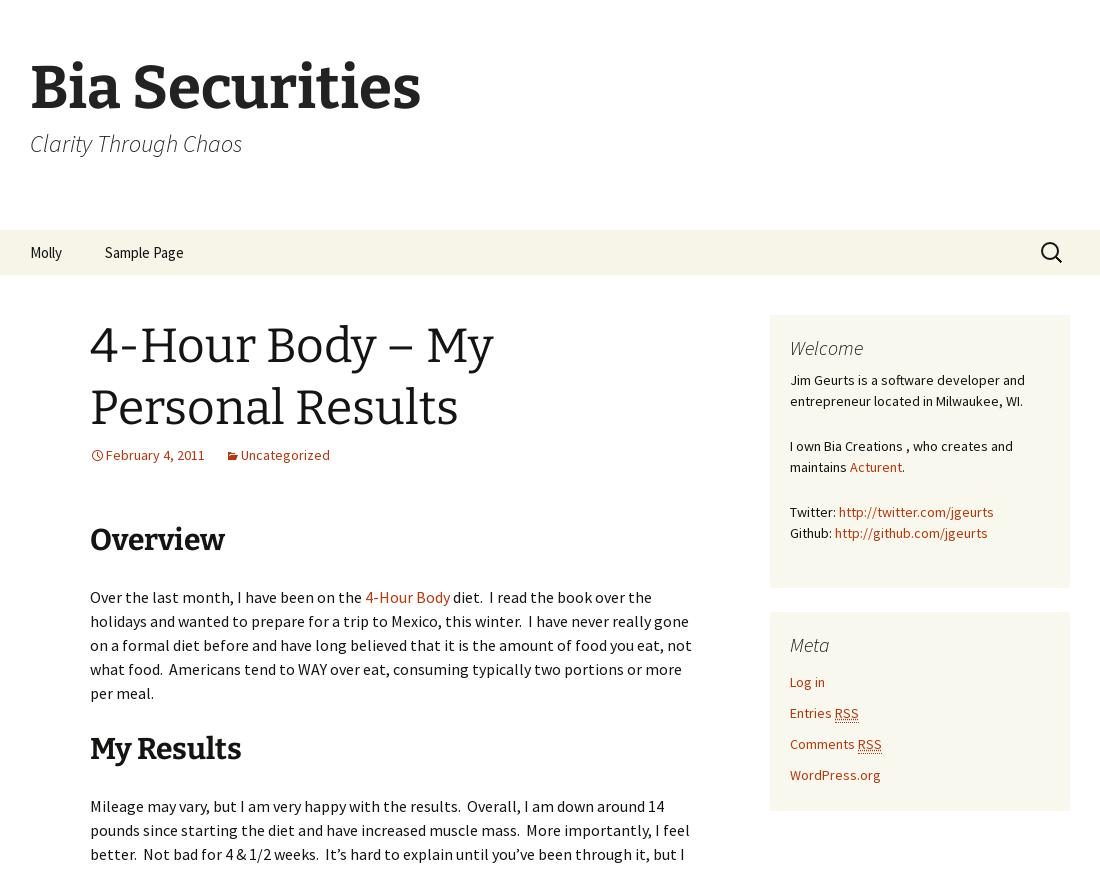  Describe the element at coordinates (89, 375) in the screenshot. I see `'4-Hour Body – My Personal Results'` at that location.